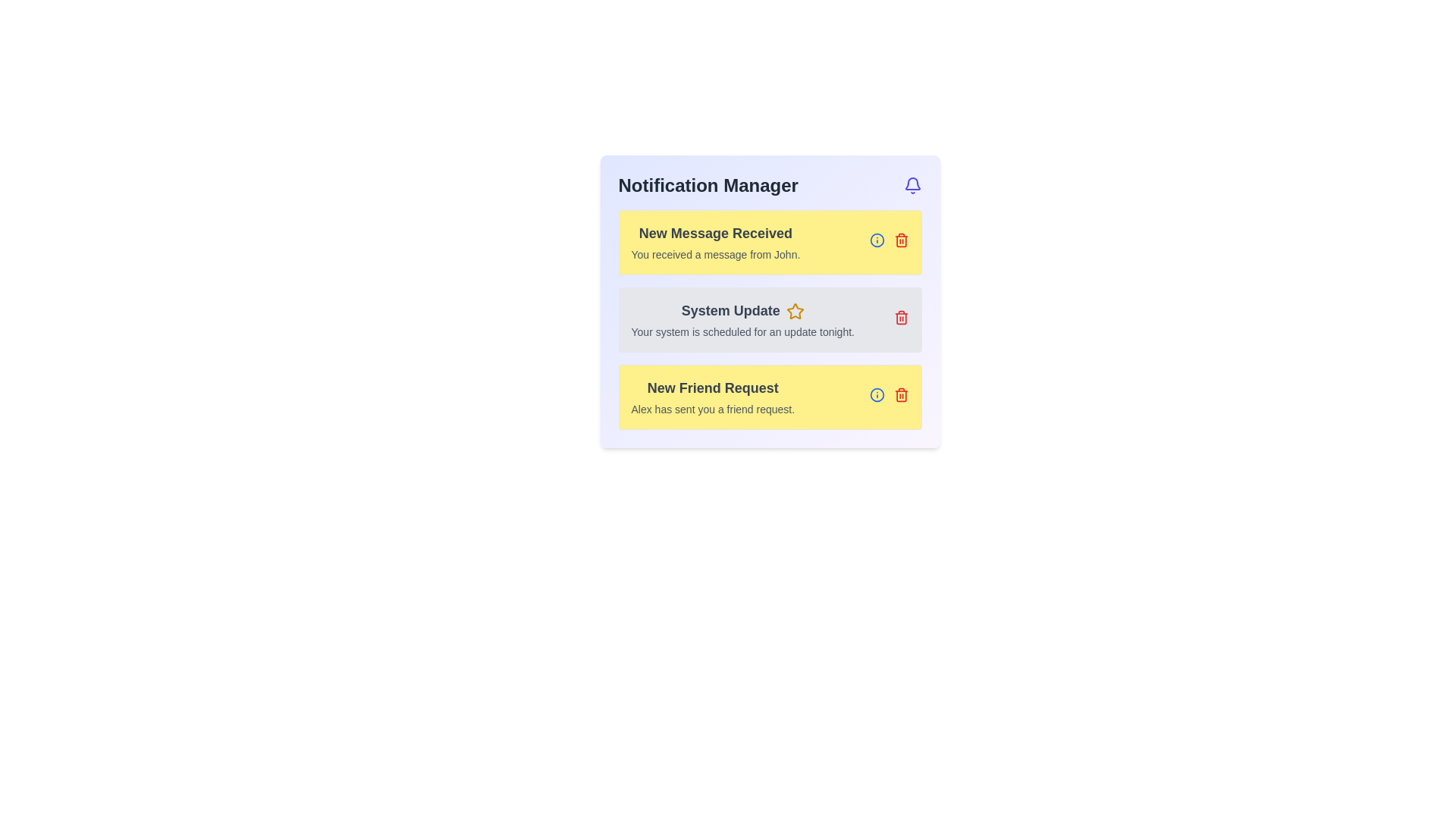  I want to click on the red trash bin icon within the 'System Update' notification card to possibly see a tooltip, so click(901, 316).